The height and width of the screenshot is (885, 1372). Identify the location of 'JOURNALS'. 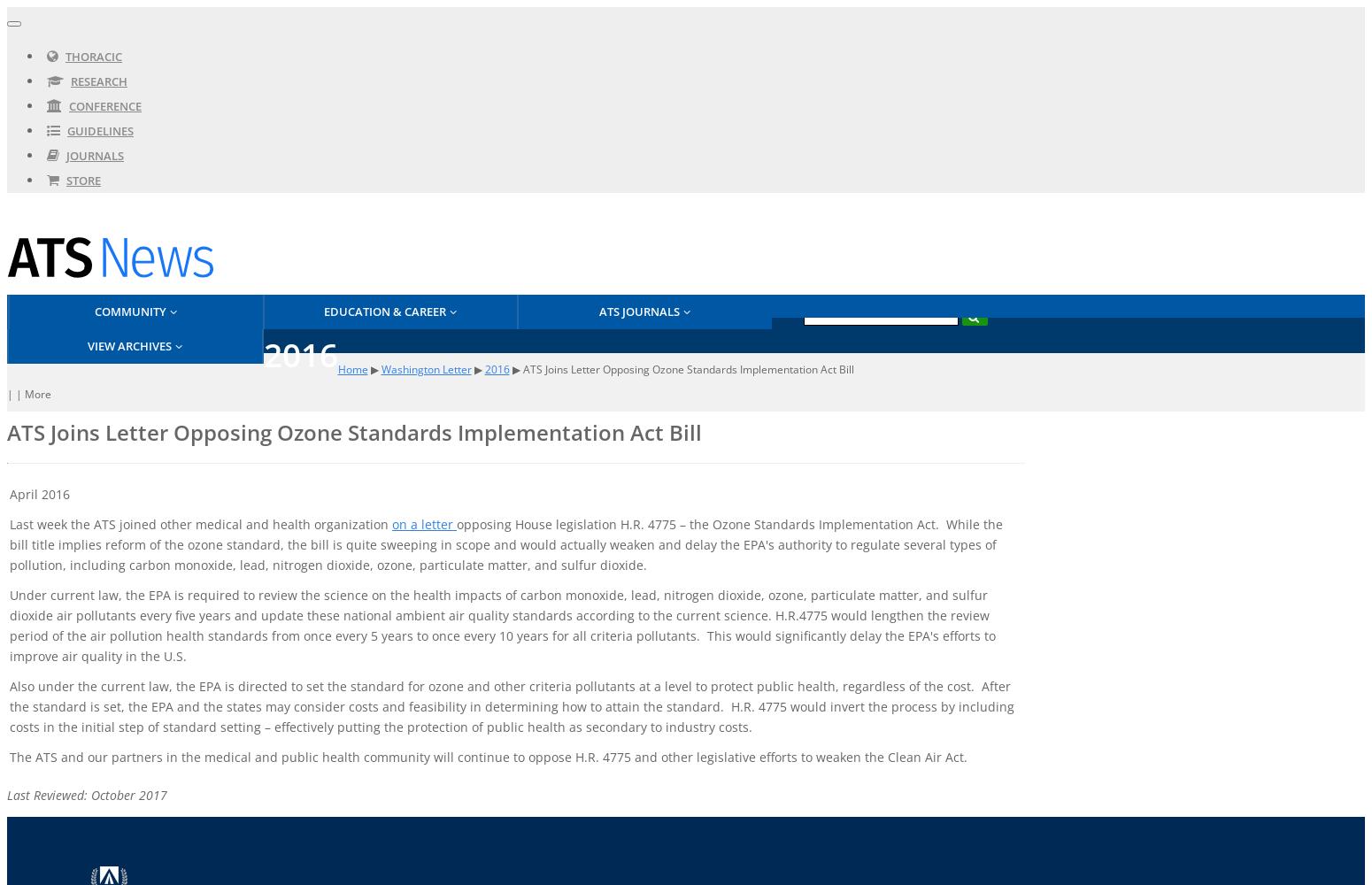
(95, 156).